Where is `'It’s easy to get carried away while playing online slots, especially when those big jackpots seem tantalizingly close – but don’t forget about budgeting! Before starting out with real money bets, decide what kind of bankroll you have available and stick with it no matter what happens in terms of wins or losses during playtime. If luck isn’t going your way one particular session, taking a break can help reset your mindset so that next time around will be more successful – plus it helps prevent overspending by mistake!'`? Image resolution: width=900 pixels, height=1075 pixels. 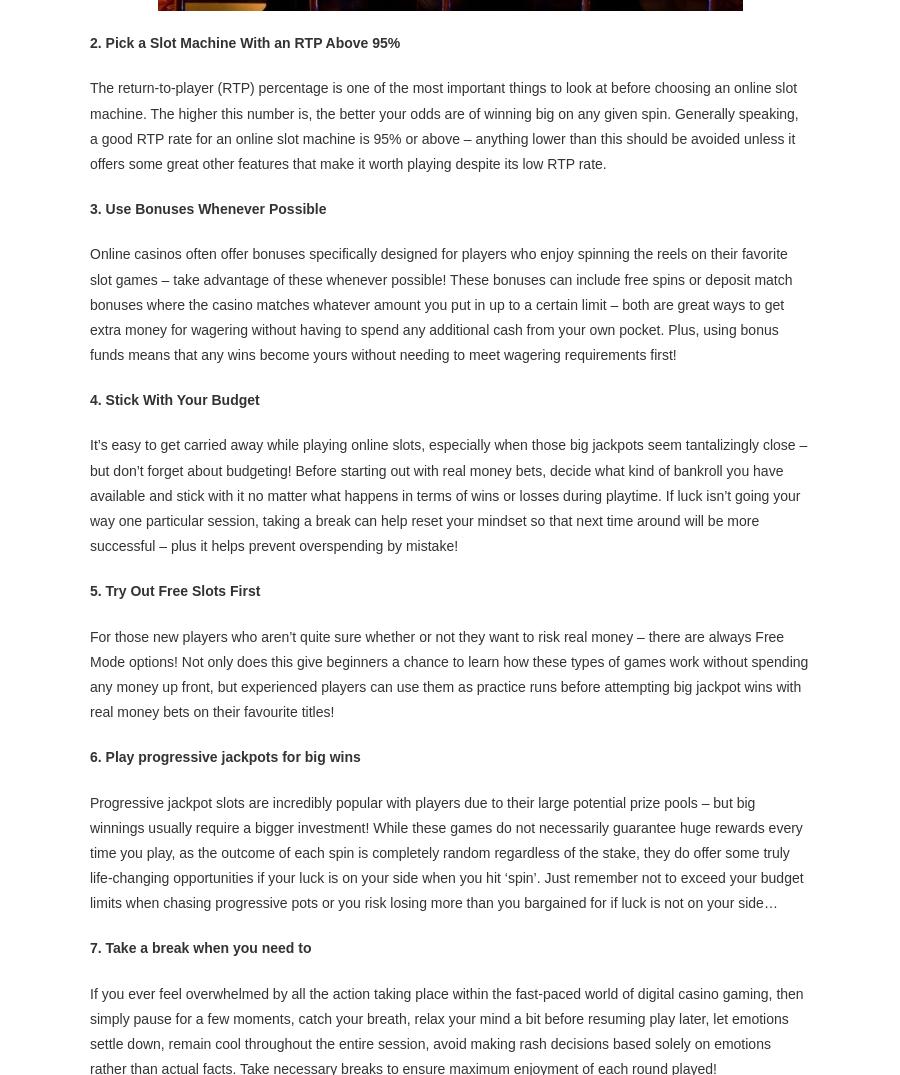 'It’s easy to get carried away while playing online slots, especially when those big jackpots seem tantalizingly close – but don’t forget about budgeting! Before starting out with real money bets, decide what kind of bankroll you have available and stick with it no matter what happens in terms of wins or losses during playtime. If luck isn’t going your way one particular session, taking a break can help reset your mindset so that next time around will be more successful – plus it helps prevent overspending by mistake!' is located at coordinates (448, 494).